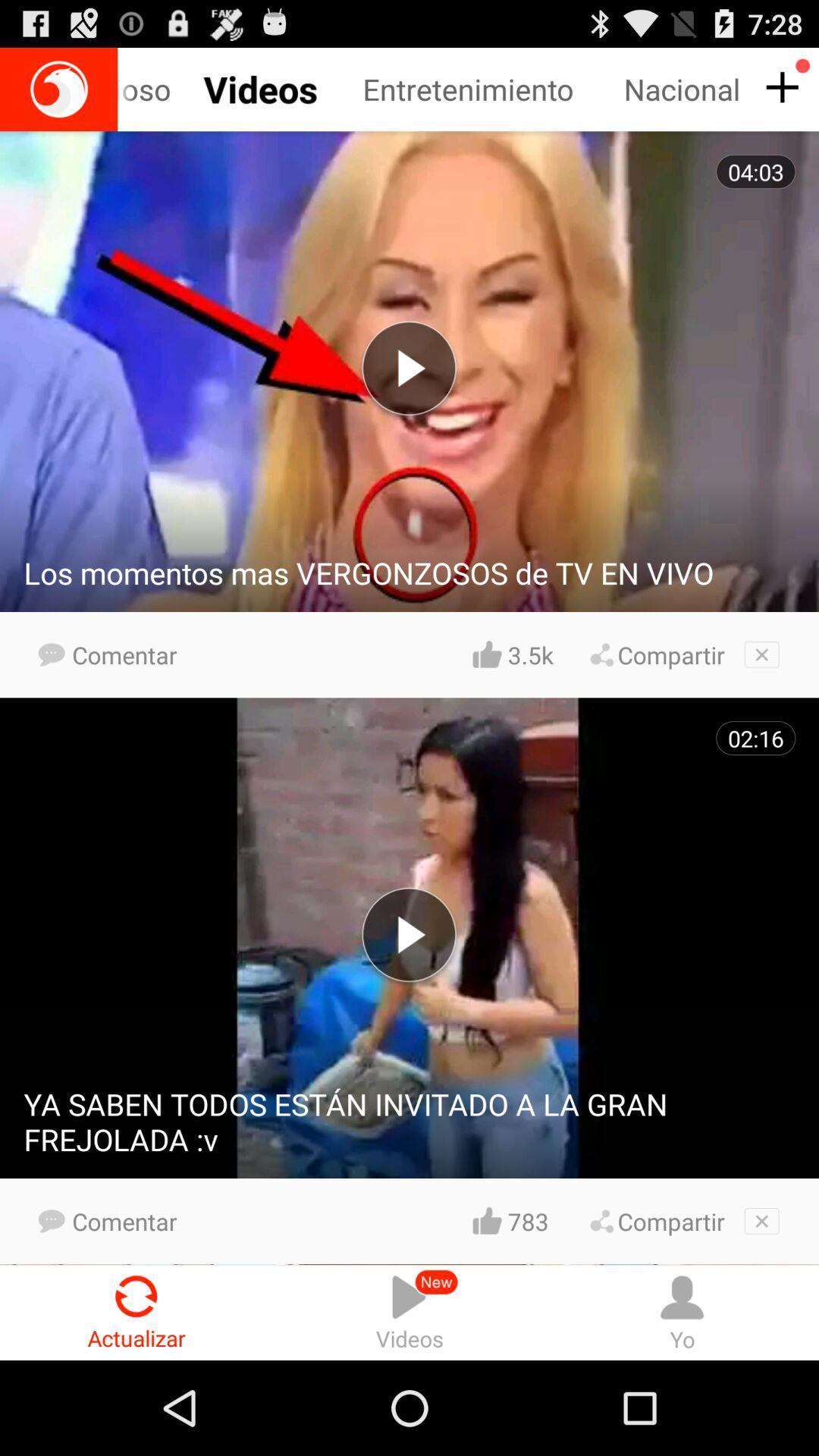  Describe the element at coordinates (761, 1221) in the screenshot. I see `remove video` at that location.